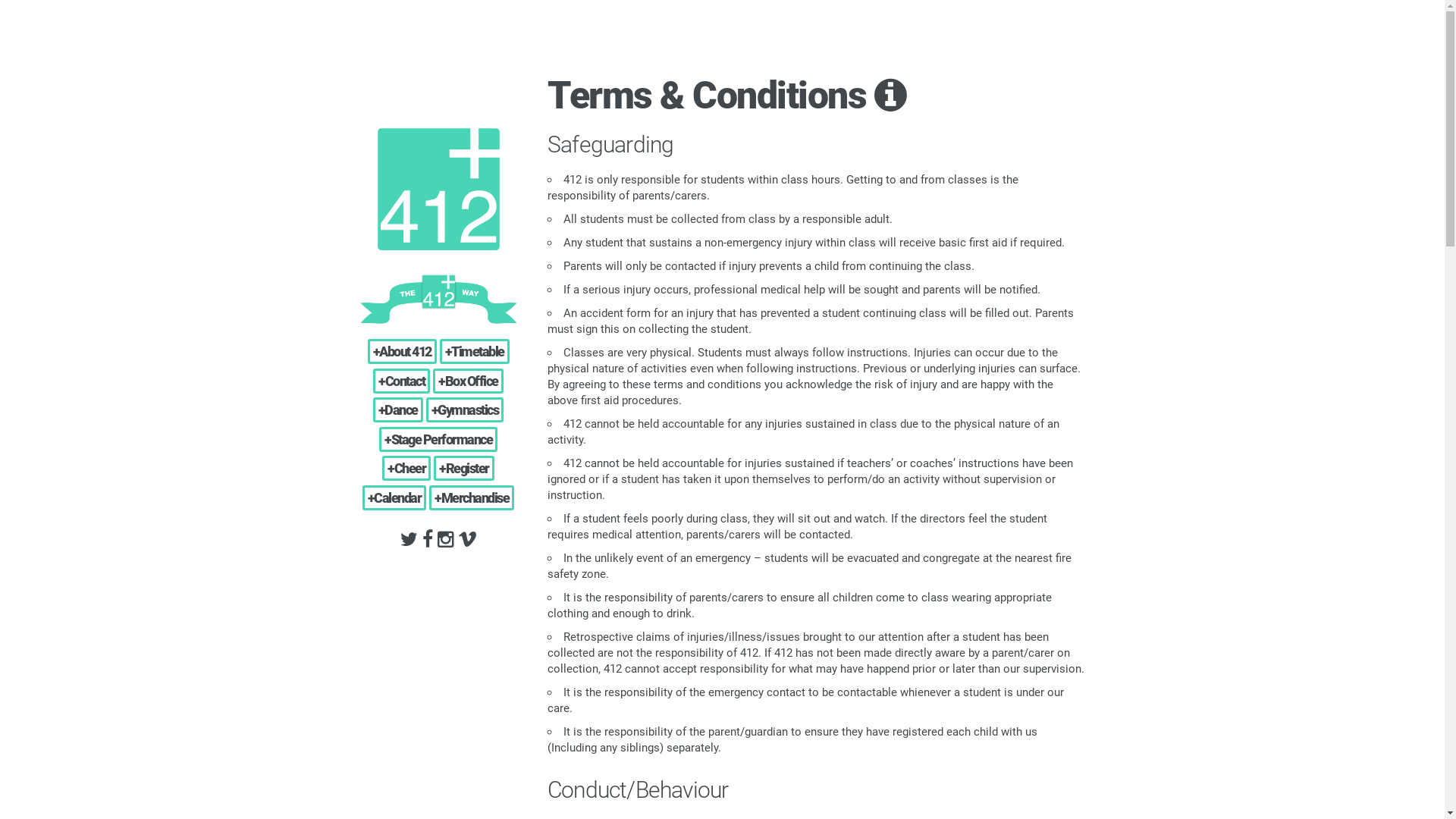  Describe the element at coordinates (402, 351) in the screenshot. I see `'+About 412'` at that location.